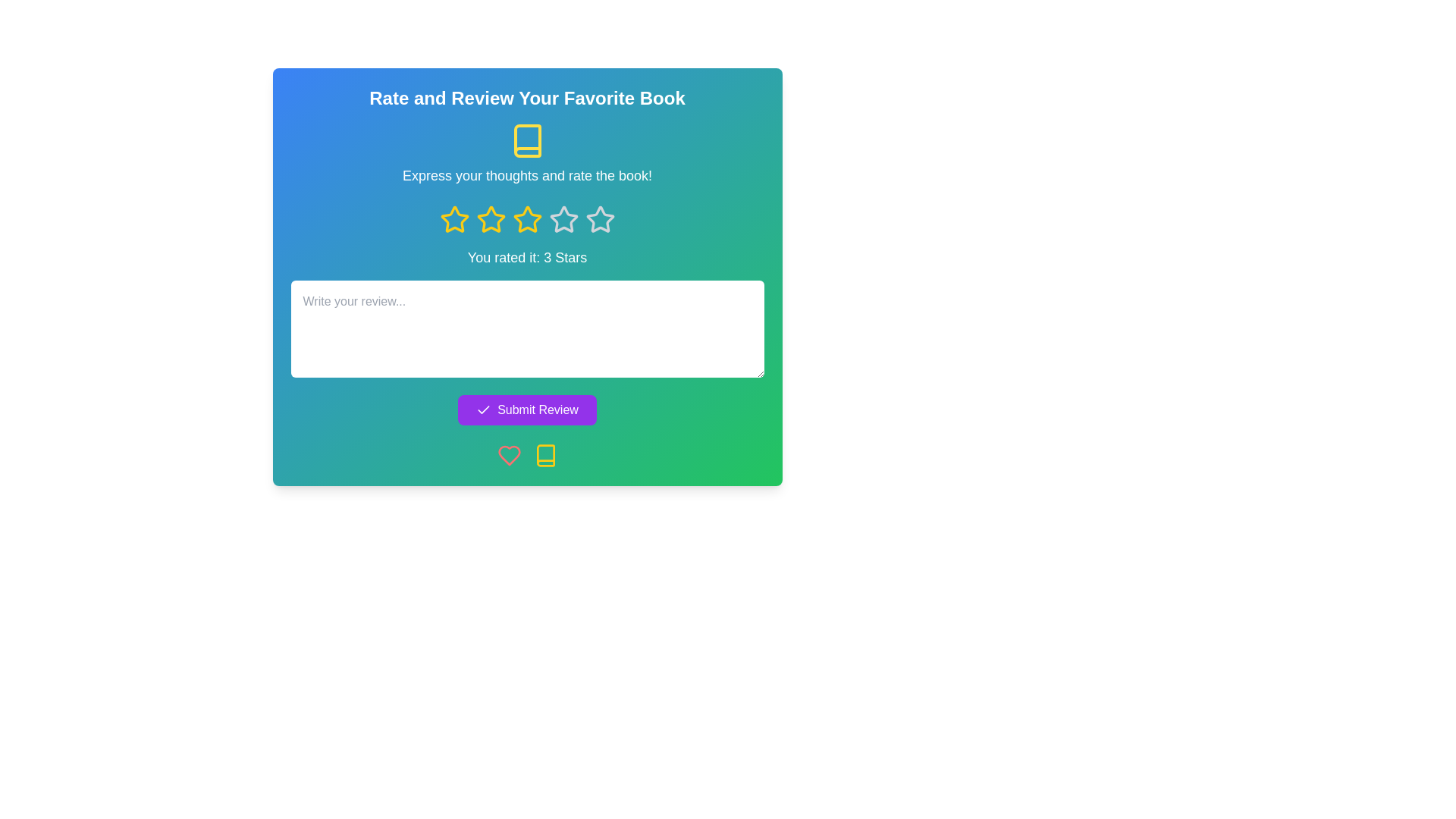 The width and height of the screenshot is (1456, 819). I want to click on the third star icon in the 5-star rating system, so click(491, 219).